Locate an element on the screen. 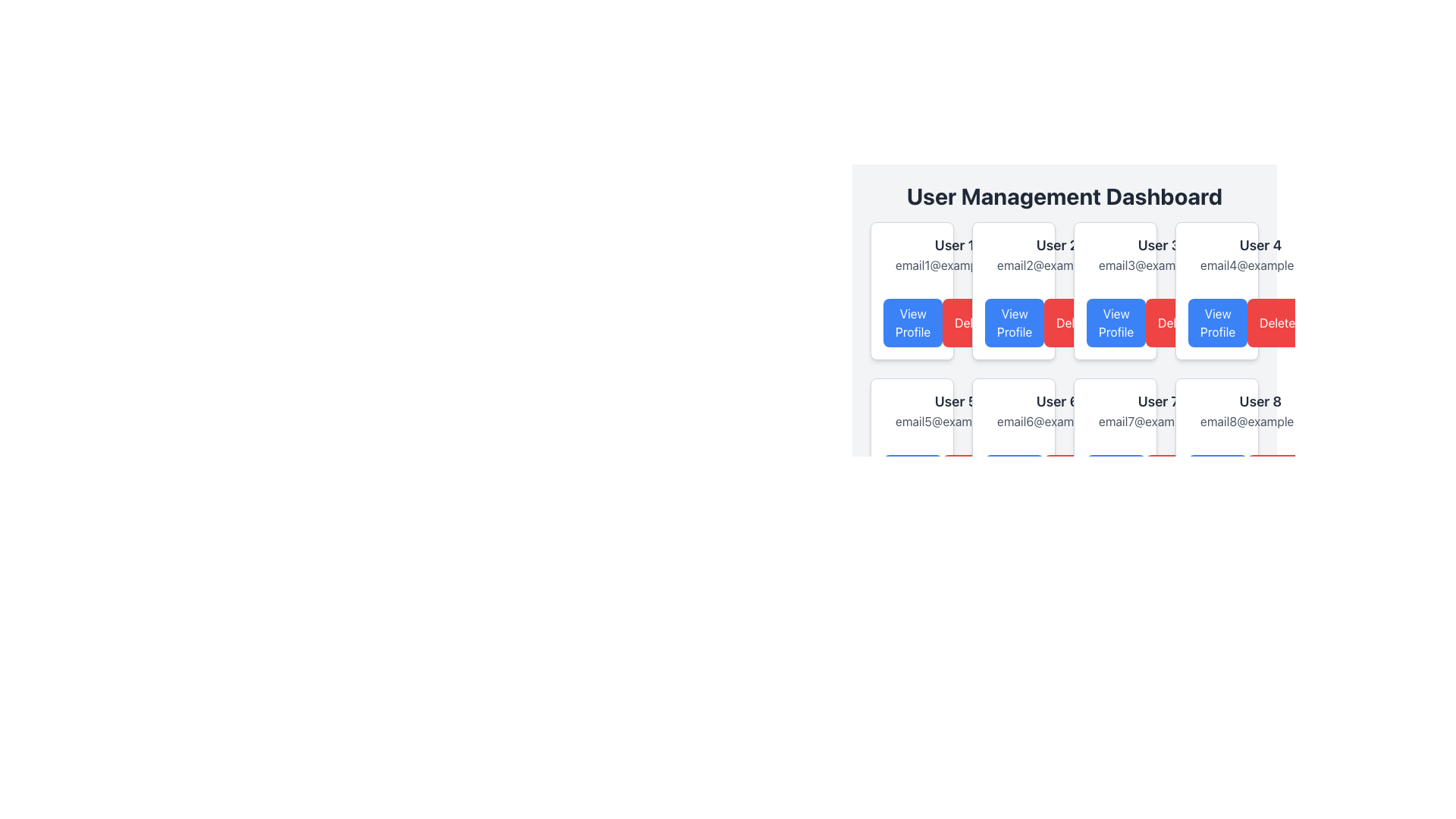  text block displaying 'User 7' and 'email7@example.com' to read its content is located at coordinates (1157, 411).